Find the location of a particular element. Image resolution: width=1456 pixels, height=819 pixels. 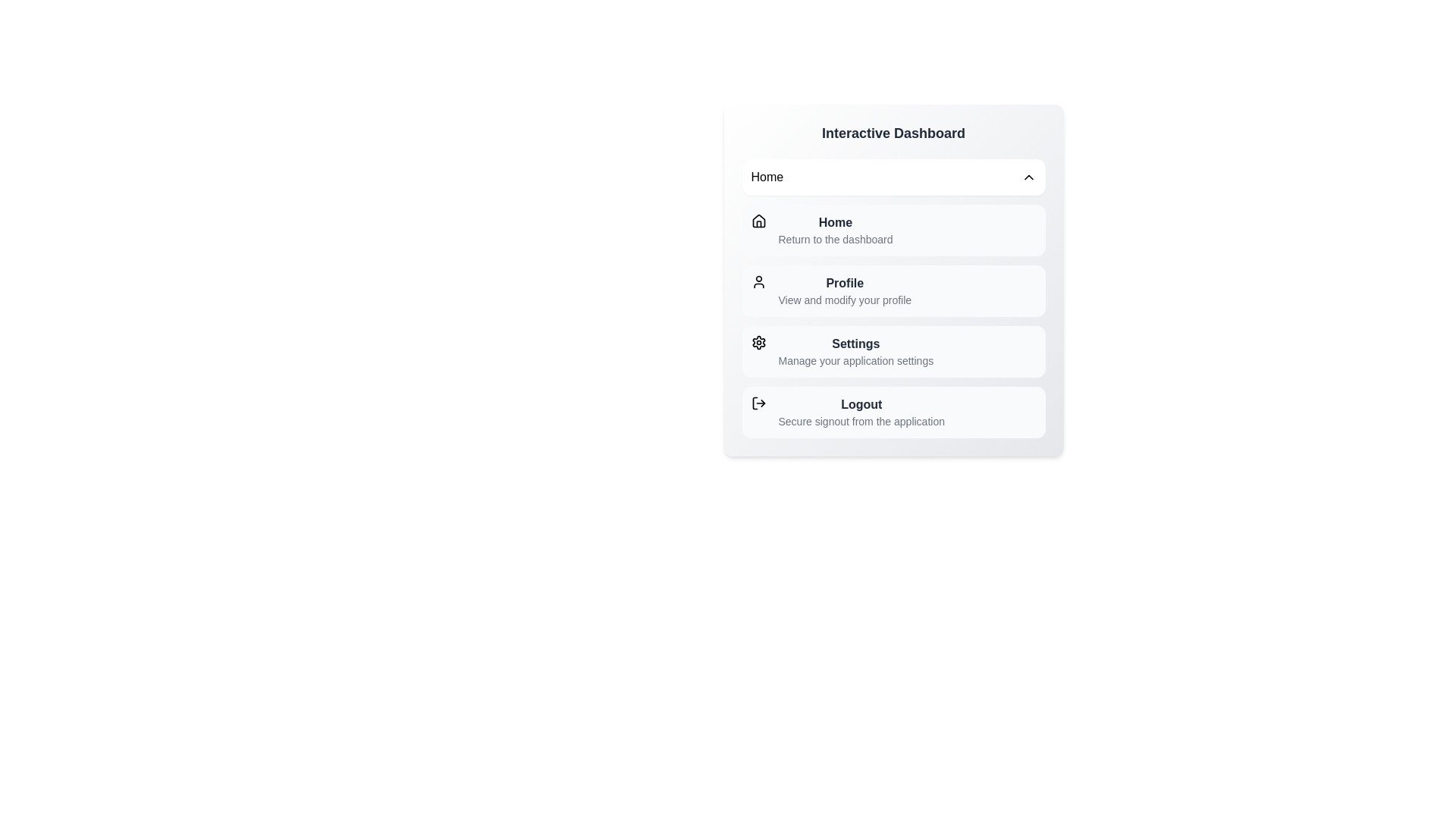

the menu section Logout is located at coordinates (893, 412).